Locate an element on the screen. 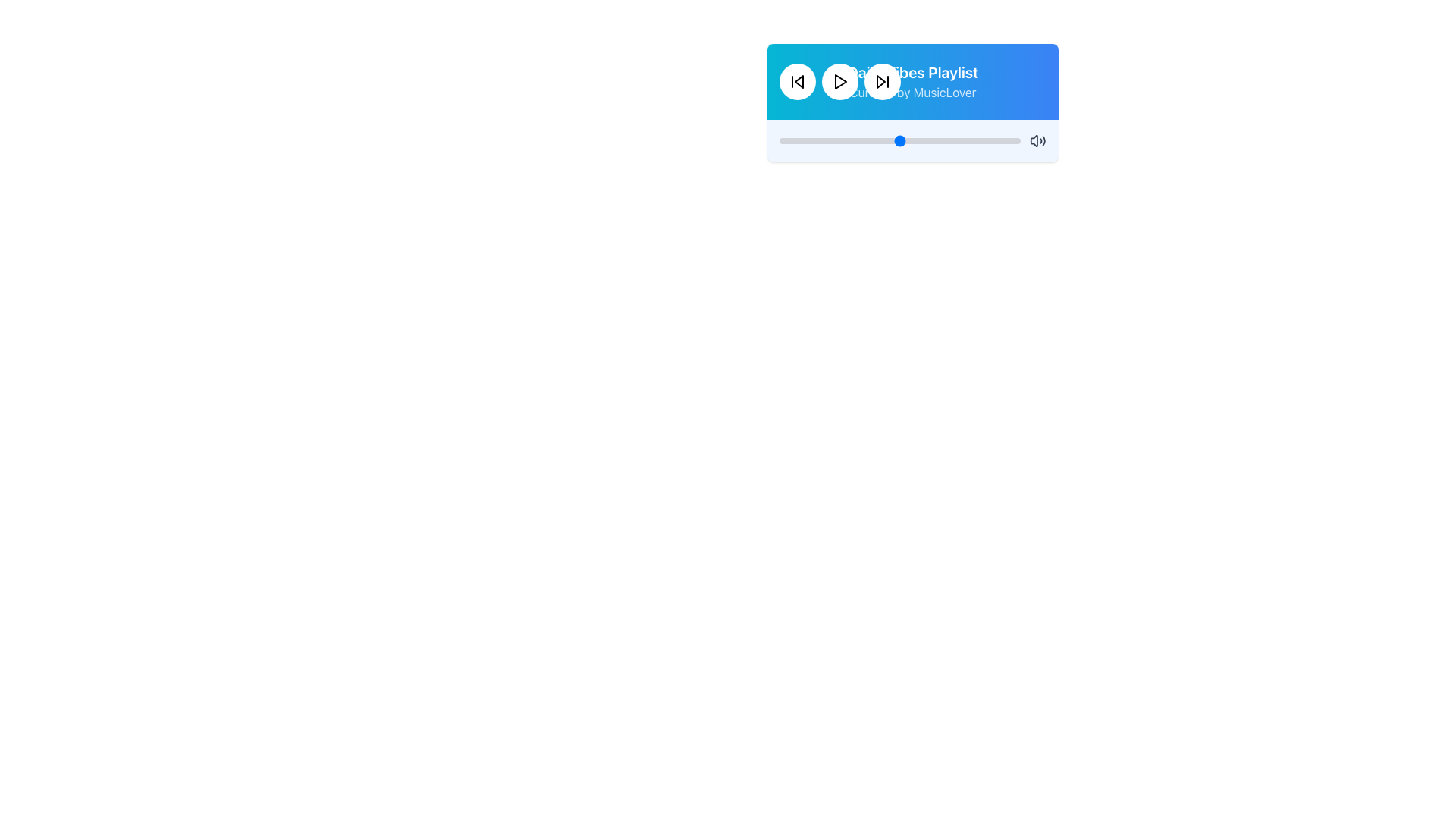 The image size is (1456, 819). slider value is located at coordinates (874, 140).